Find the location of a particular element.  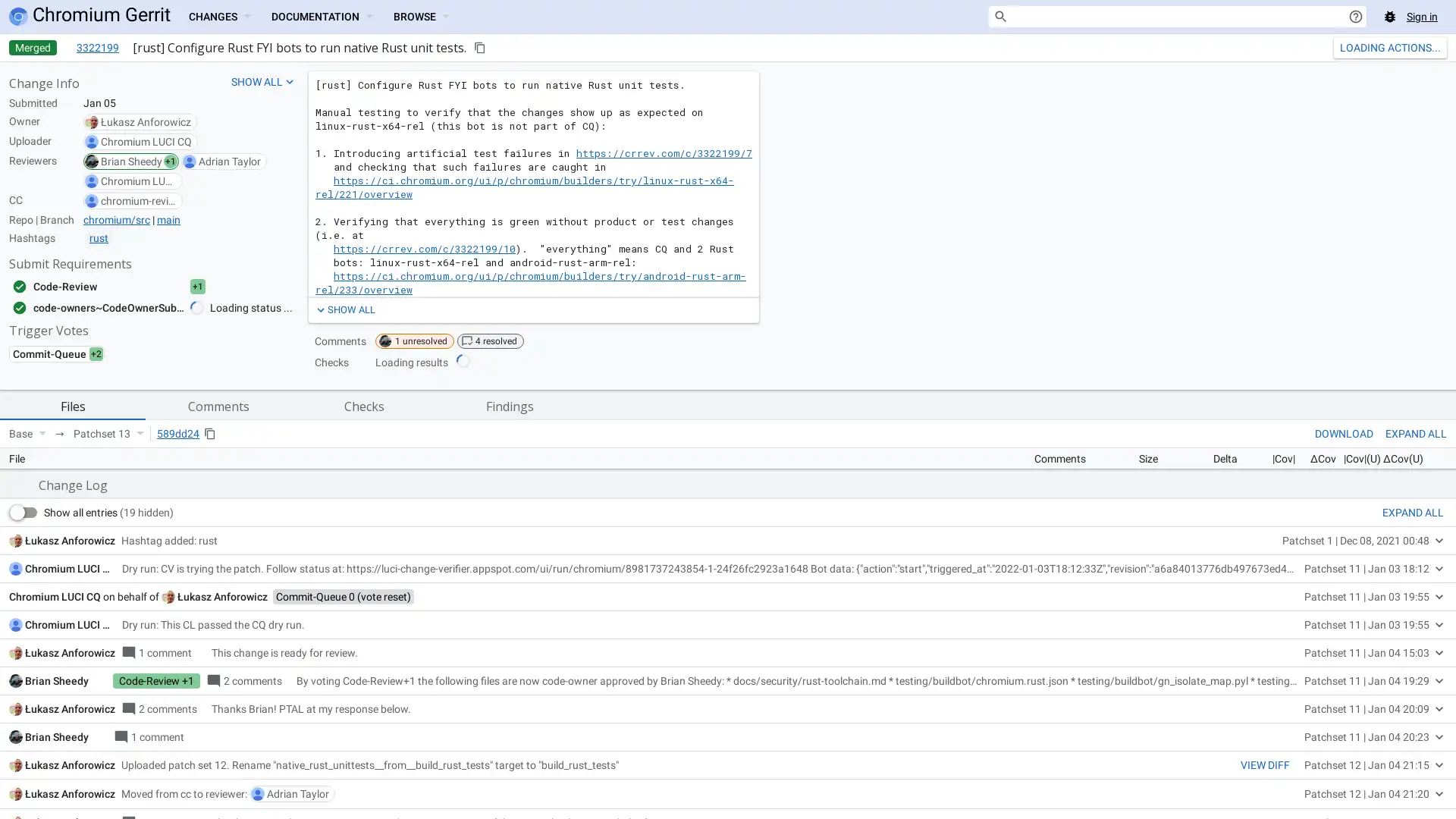

Click to copy to clipboard is located at coordinates (209, 433).